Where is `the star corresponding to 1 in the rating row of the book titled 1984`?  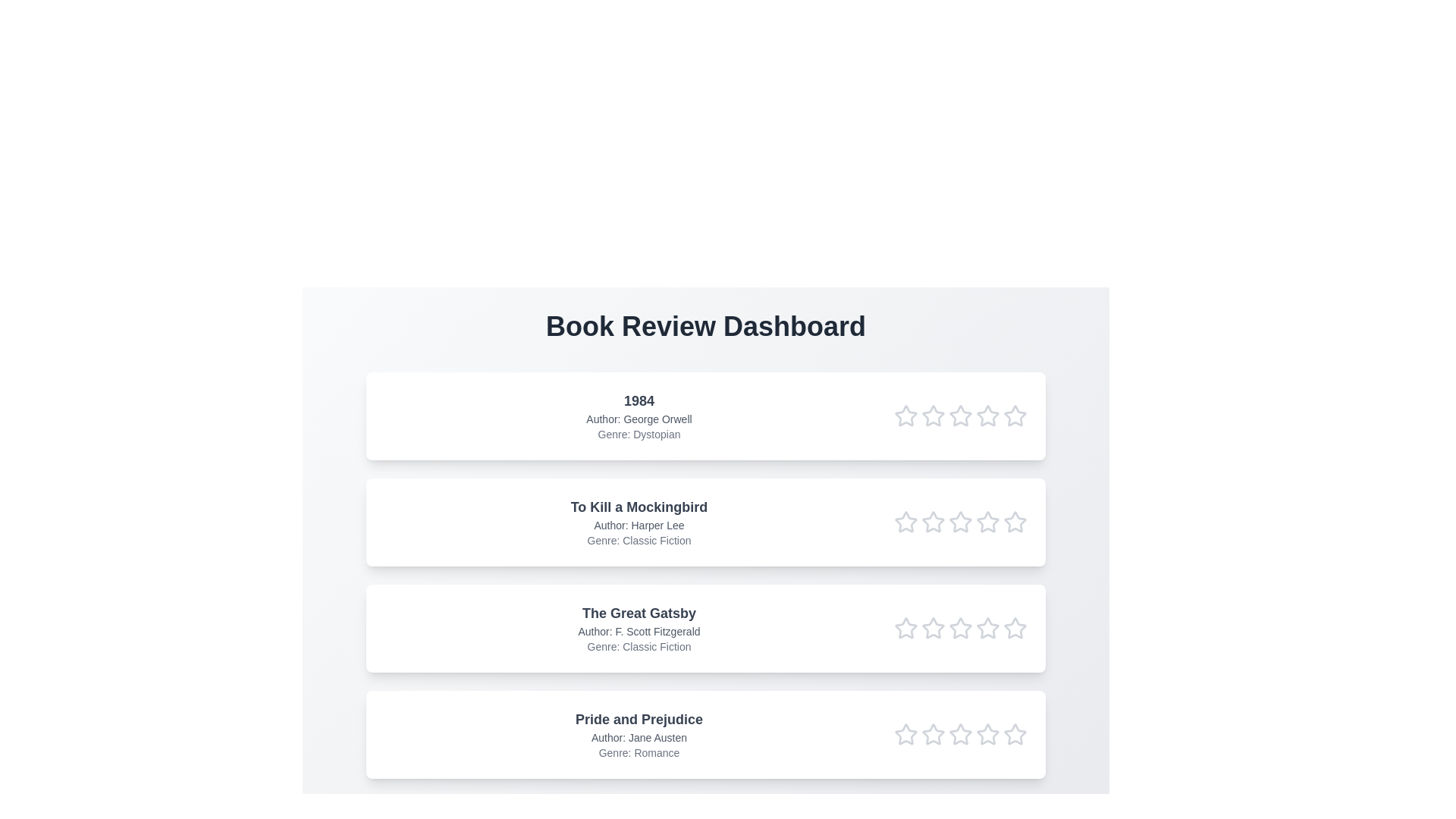
the star corresponding to 1 in the rating row of the book titled 1984 is located at coordinates (906, 416).